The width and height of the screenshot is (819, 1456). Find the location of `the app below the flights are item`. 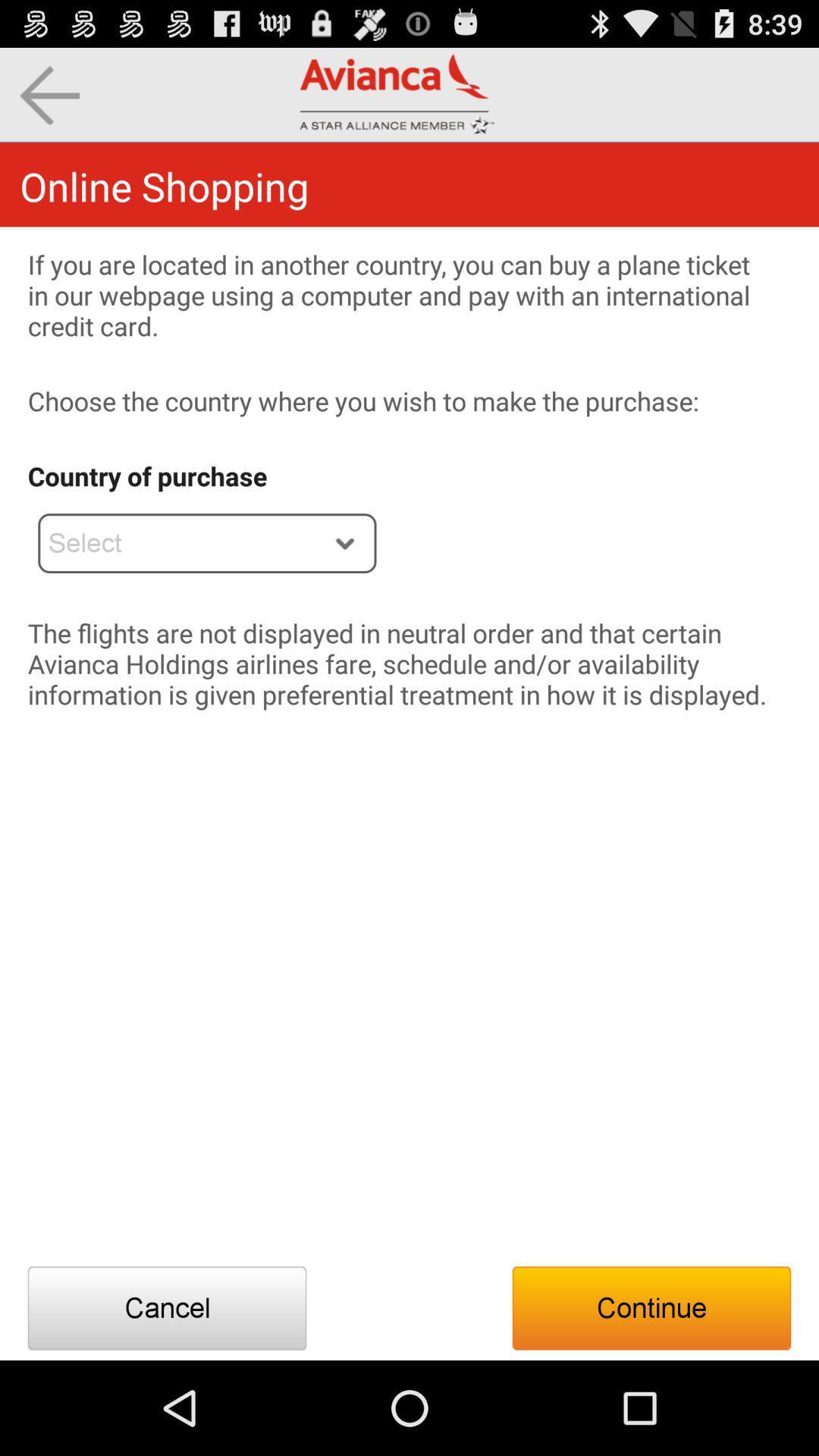

the app below the flights are item is located at coordinates (167, 1307).